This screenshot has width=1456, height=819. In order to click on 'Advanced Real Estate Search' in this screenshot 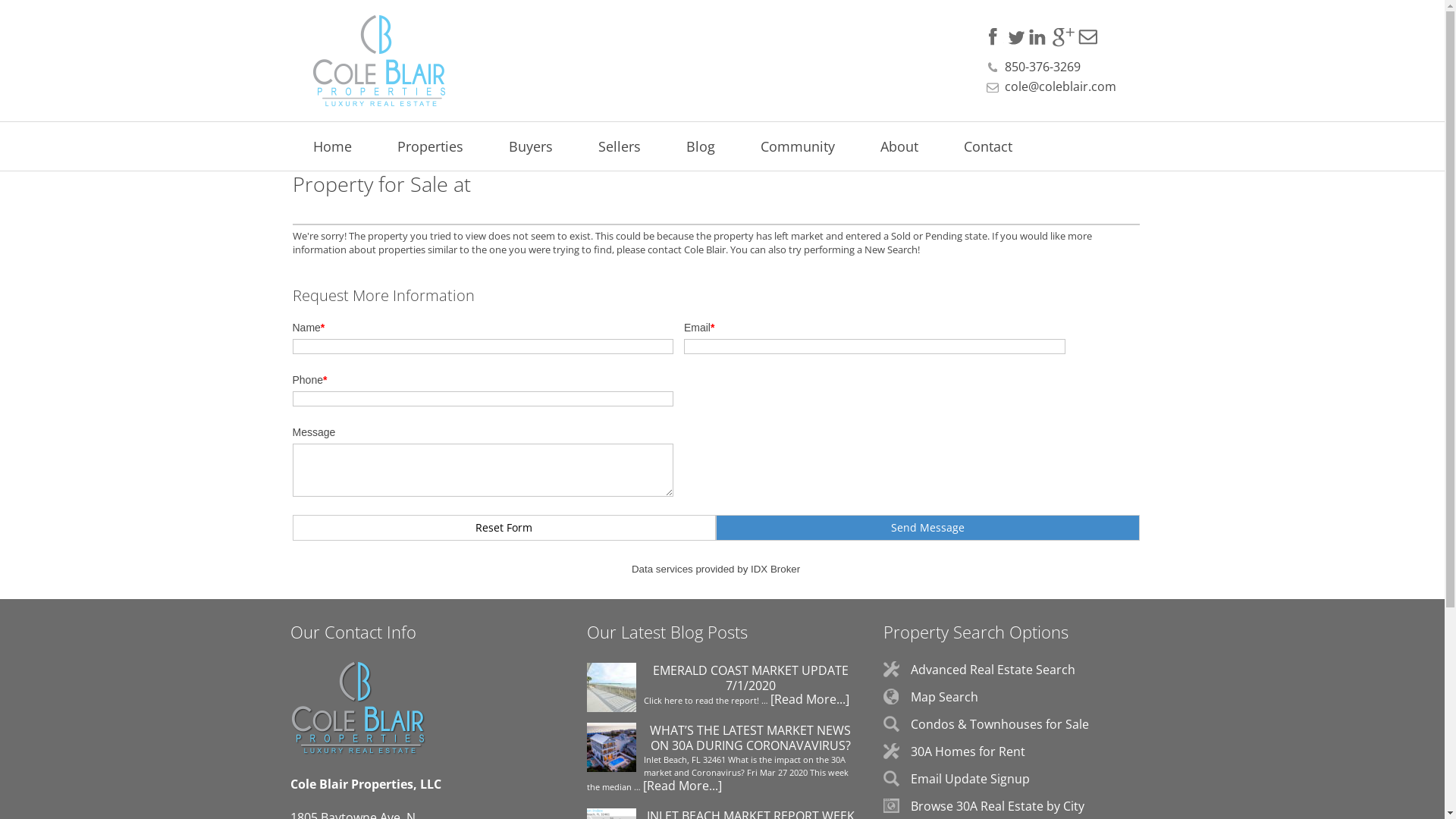, I will do `click(993, 669)`.